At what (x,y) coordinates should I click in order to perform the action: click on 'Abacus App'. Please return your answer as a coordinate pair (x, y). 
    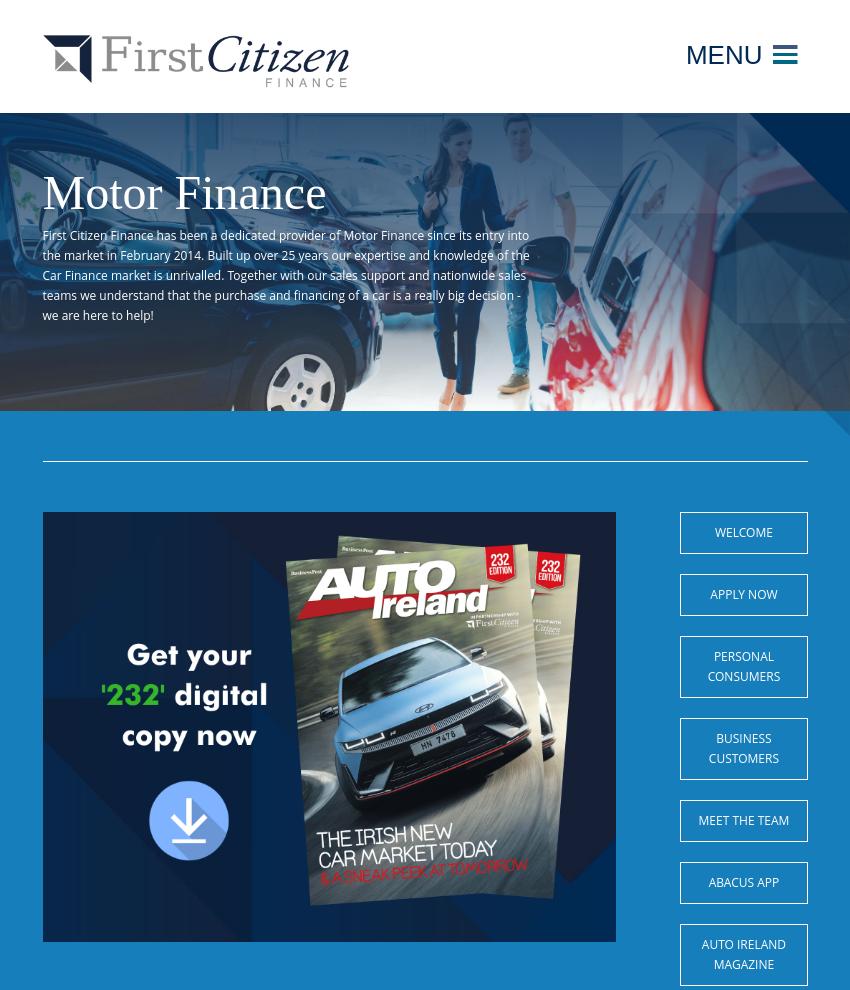
    Looking at the image, I should click on (743, 882).